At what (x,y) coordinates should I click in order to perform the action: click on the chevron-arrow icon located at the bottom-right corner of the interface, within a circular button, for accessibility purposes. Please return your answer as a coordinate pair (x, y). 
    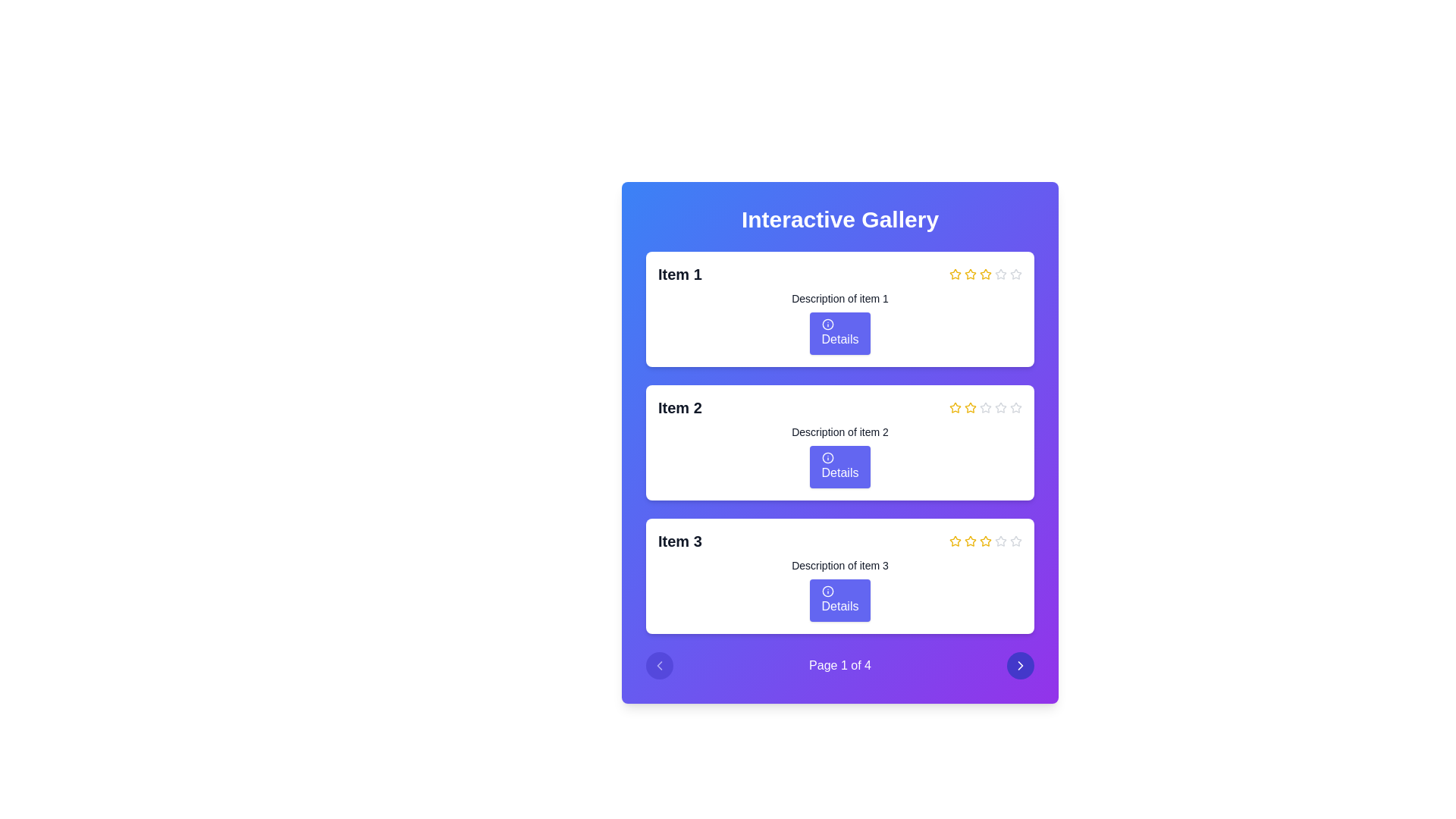
    Looking at the image, I should click on (1020, 665).